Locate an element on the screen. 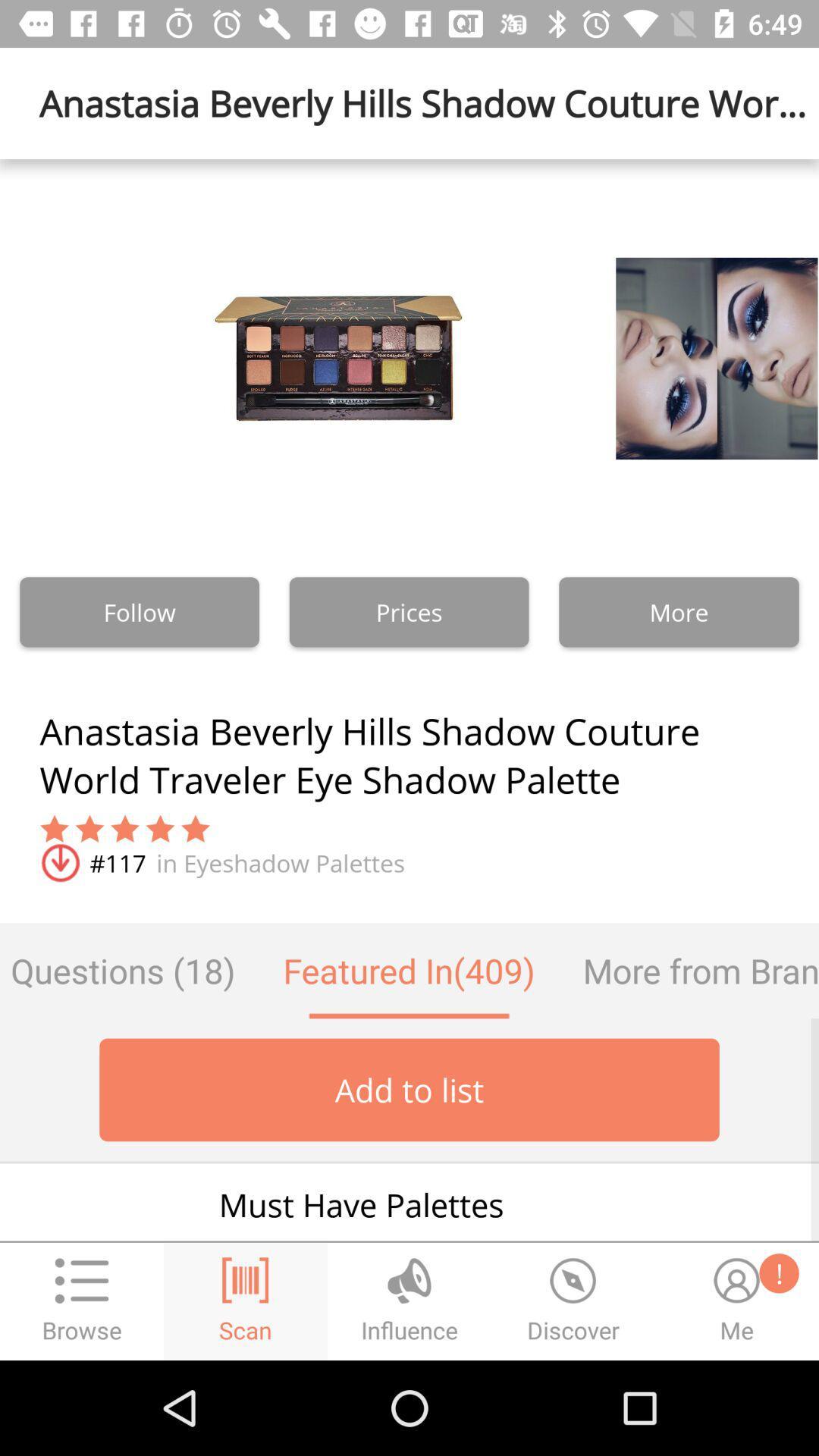 This screenshot has height=1456, width=819. the time icon is located at coordinates (573, 1301).